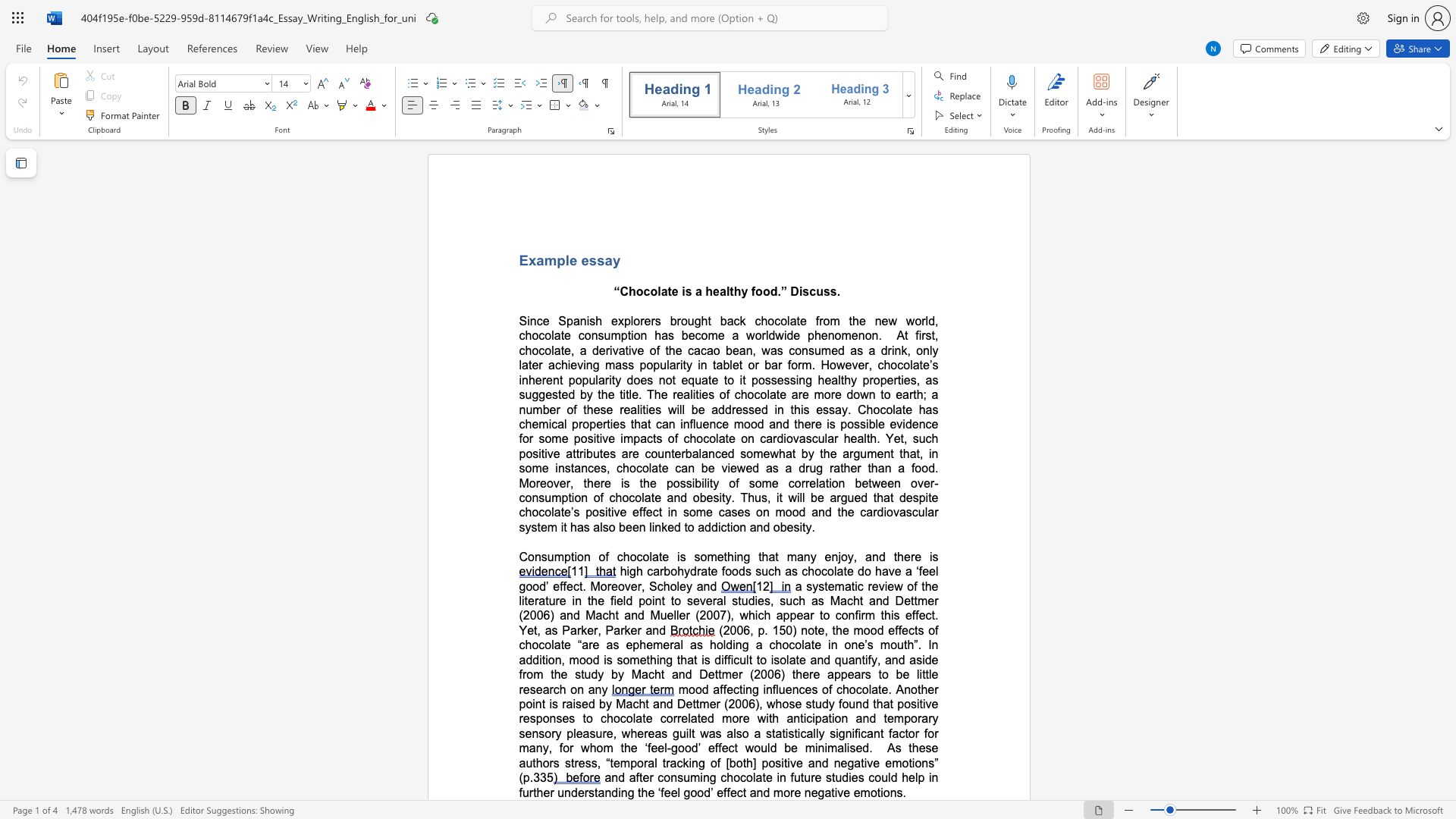 The image size is (1456, 819). What do you see at coordinates (654, 320) in the screenshot?
I see `the subset text "s brought back chocolate from the new world, chocolate consumption has become a worldwide pheno" within the text "Since Spanish explorers brought back chocolate from the new world, chocolate consumption has become a worldwide phenomenon"` at bounding box center [654, 320].